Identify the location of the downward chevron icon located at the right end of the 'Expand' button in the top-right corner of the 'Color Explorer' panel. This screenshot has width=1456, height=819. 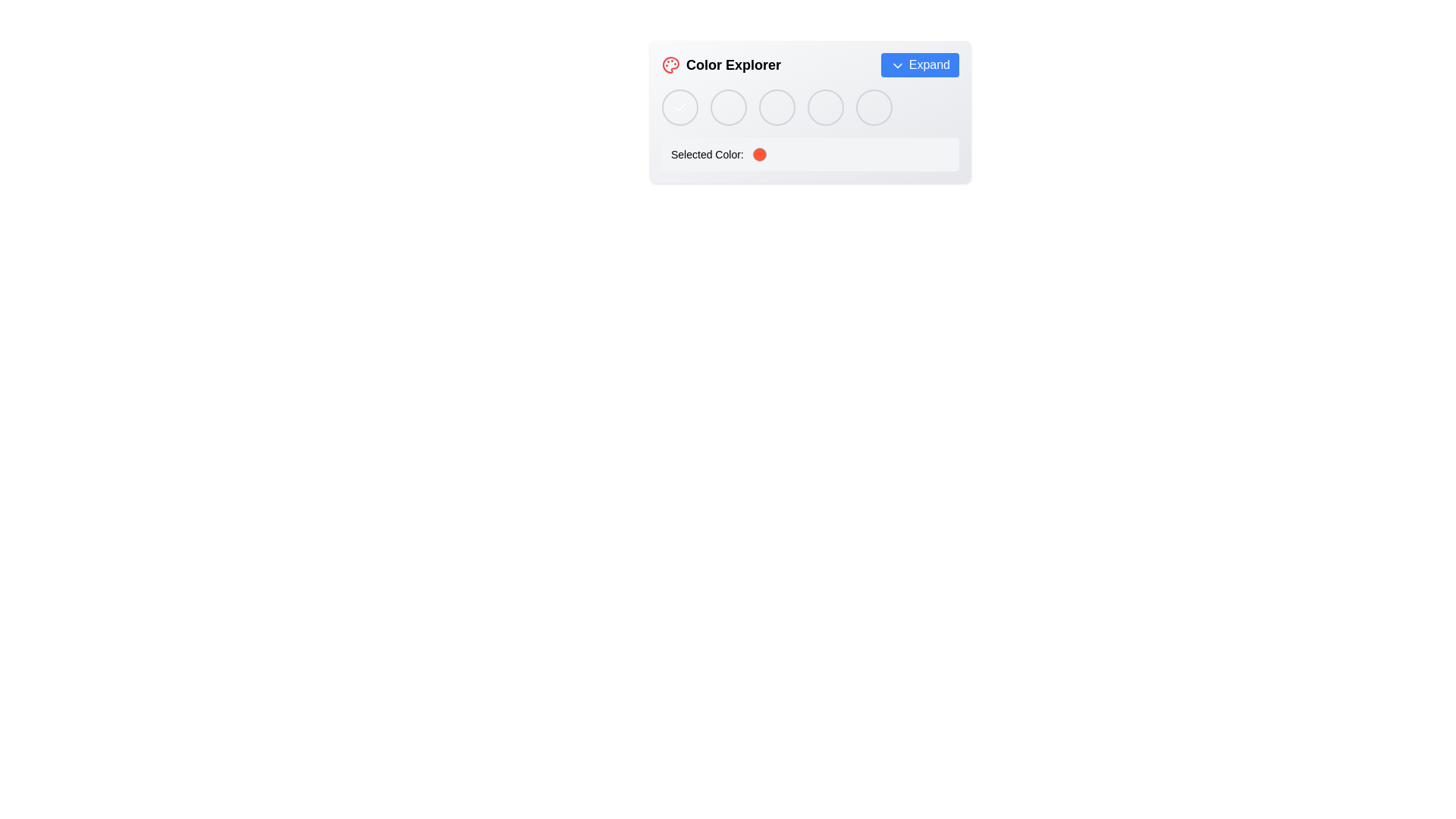
(898, 64).